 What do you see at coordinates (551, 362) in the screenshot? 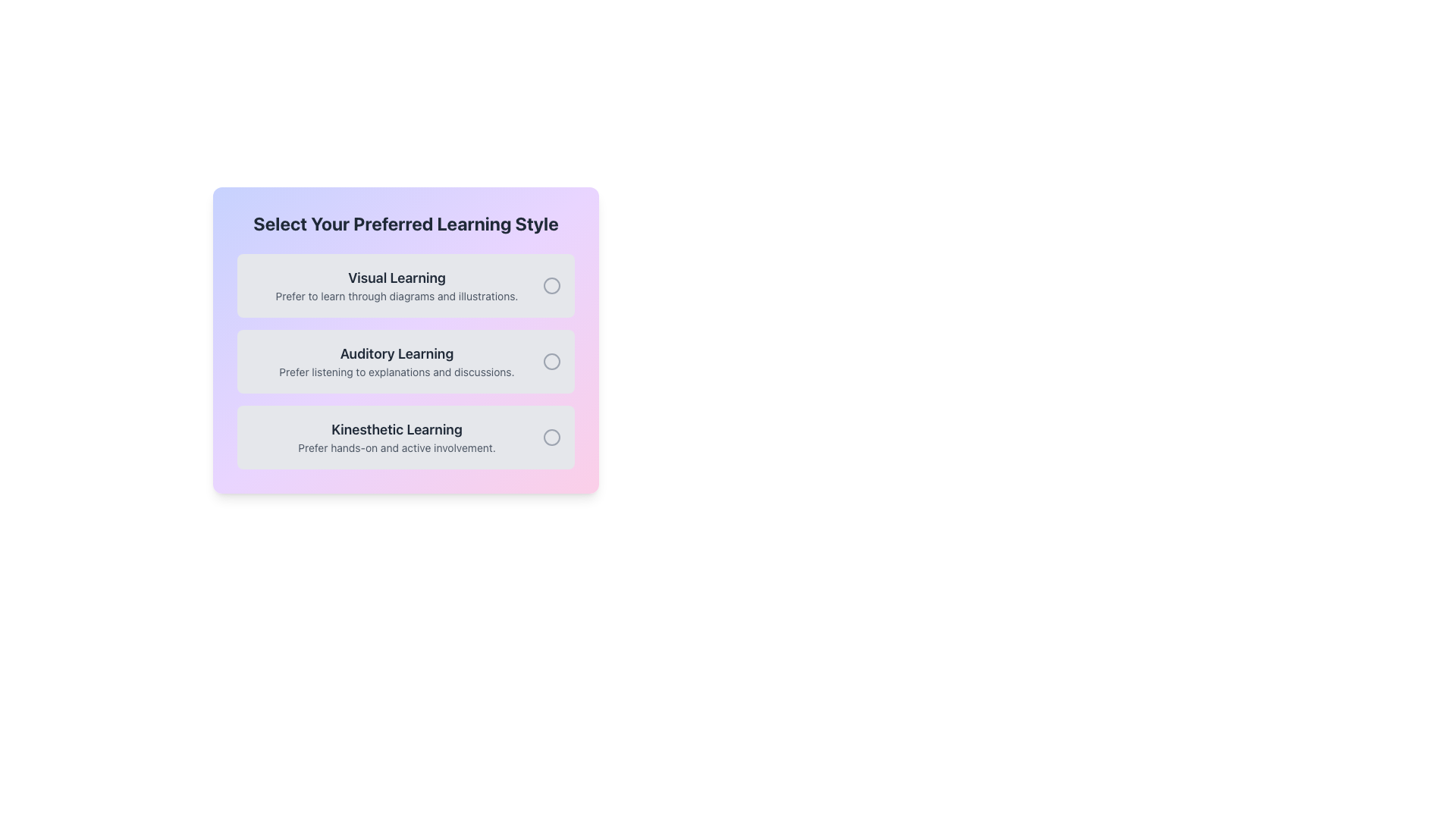
I see `the circular radio button with a gray outline, which is the second icon corresponding to the 'Auditory Learning' option in a list of selectable learning styles` at bounding box center [551, 362].